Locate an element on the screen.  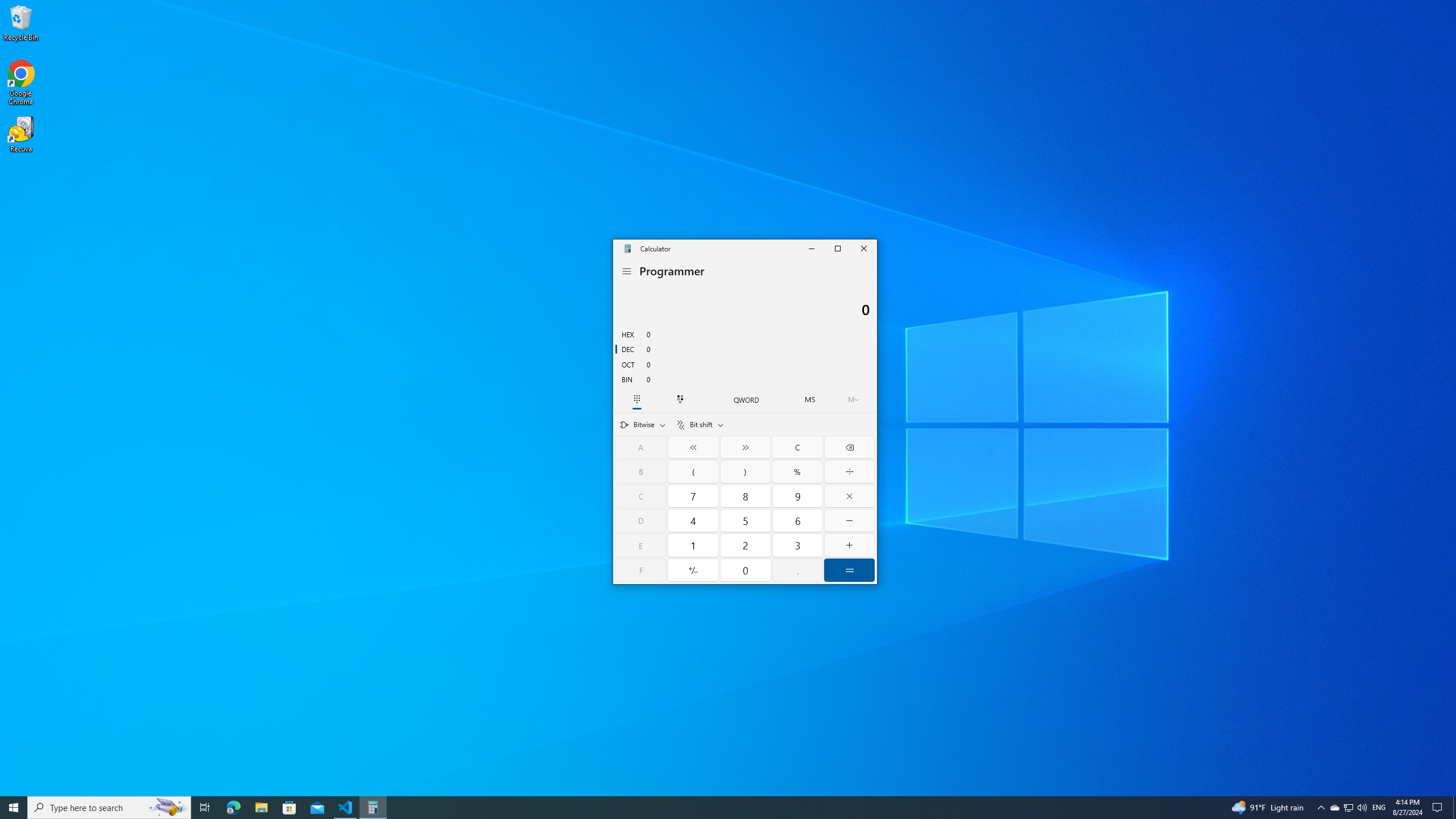
'Left shift' is located at coordinates (693, 446).